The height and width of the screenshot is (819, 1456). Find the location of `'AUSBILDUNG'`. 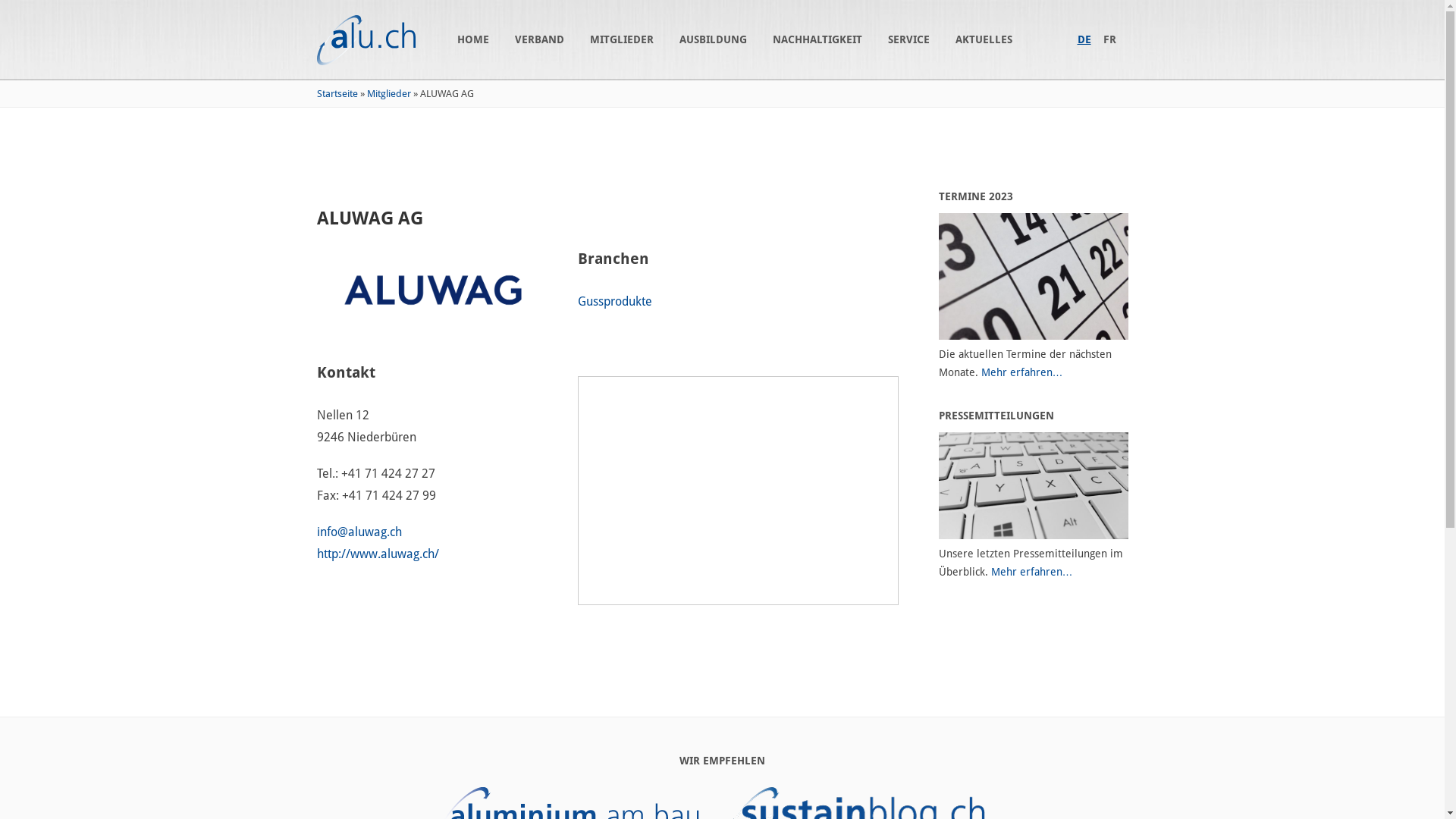

'AUSBILDUNG' is located at coordinates (679, 38).